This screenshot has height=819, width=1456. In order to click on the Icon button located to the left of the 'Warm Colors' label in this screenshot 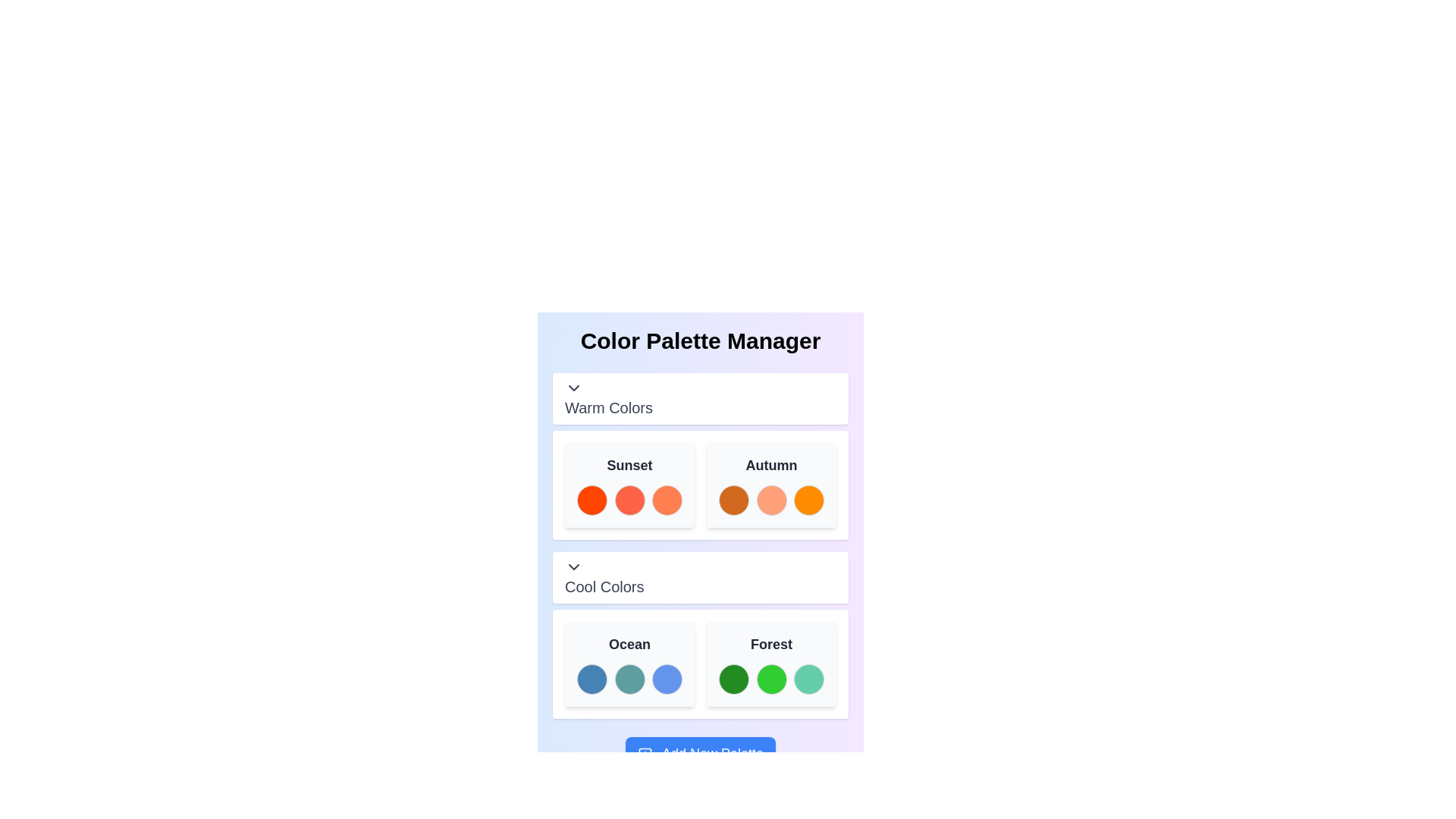, I will do `click(573, 388)`.